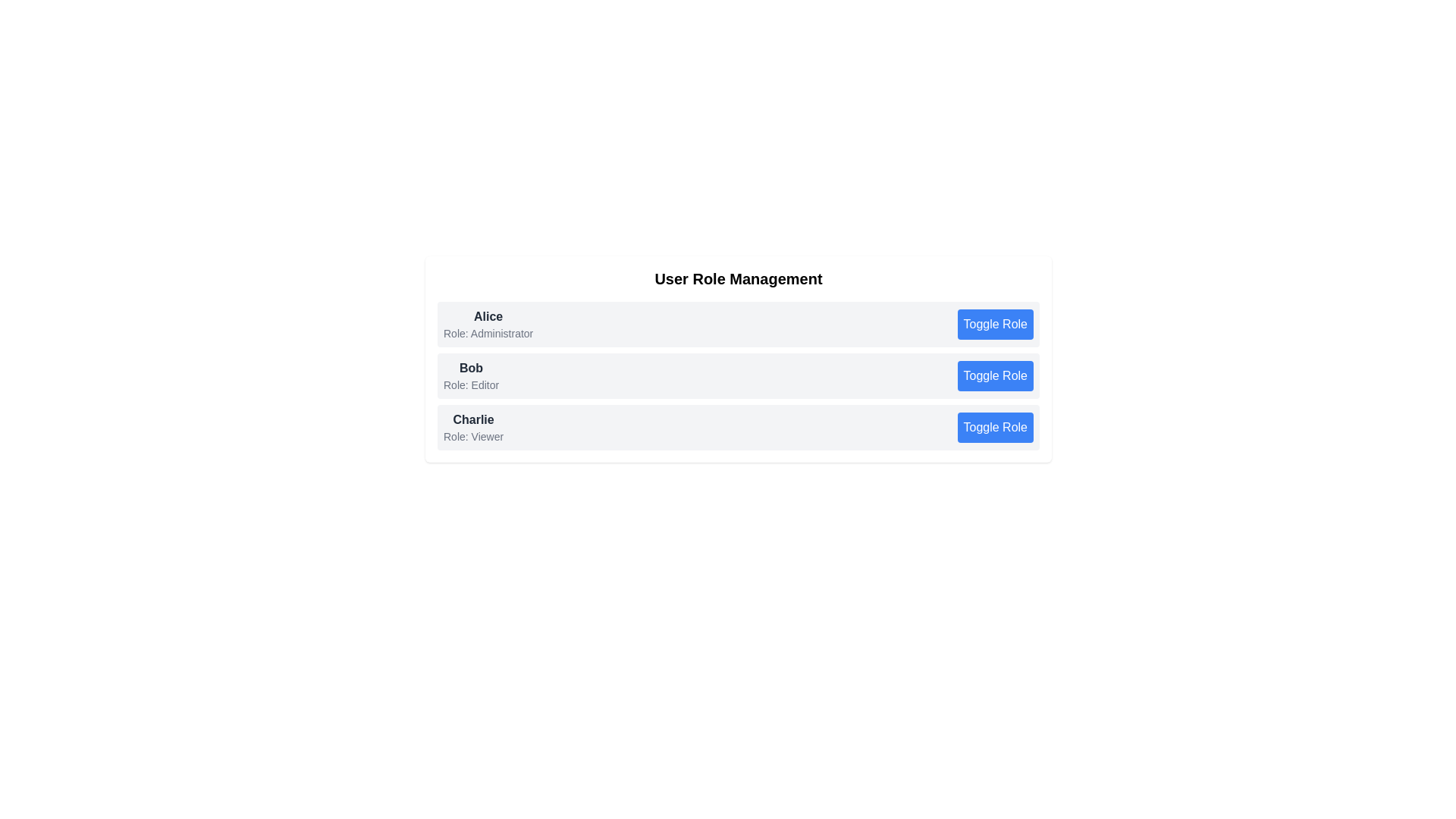 The width and height of the screenshot is (1456, 819). What do you see at coordinates (470, 384) in the screenshot?
I see `the informational Text Label indicating the role 'Editor' assigned to the user 'Bob', which is located in the data row directly below the bolded name label` at bounding box center [470, 384].